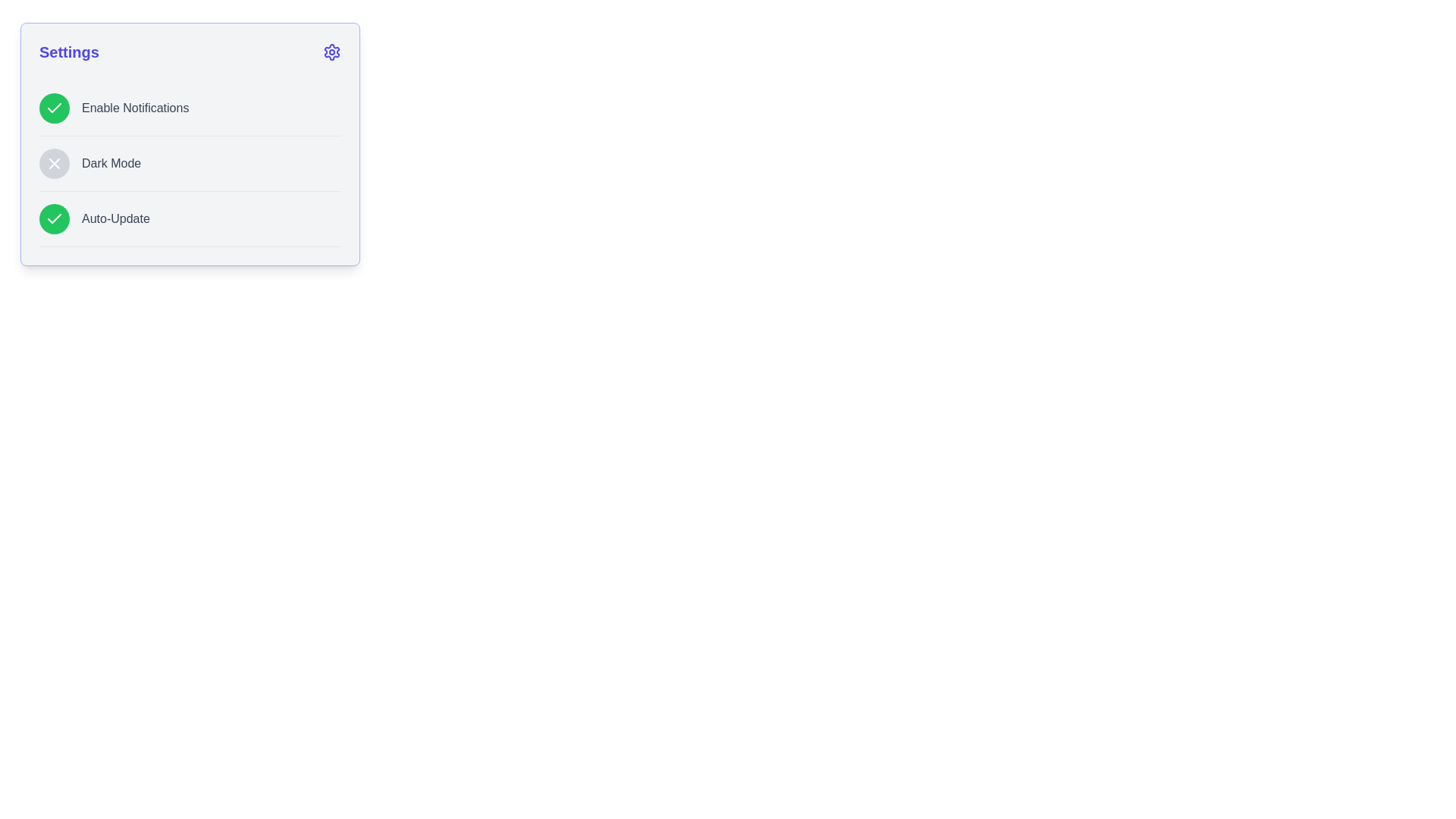 This screenshot has height=819, width=1456. Describe the element at coordinates (331, 52) in the screenshot. I see `the settings icon in the top-right corner of the SettingsPanel` at that location.